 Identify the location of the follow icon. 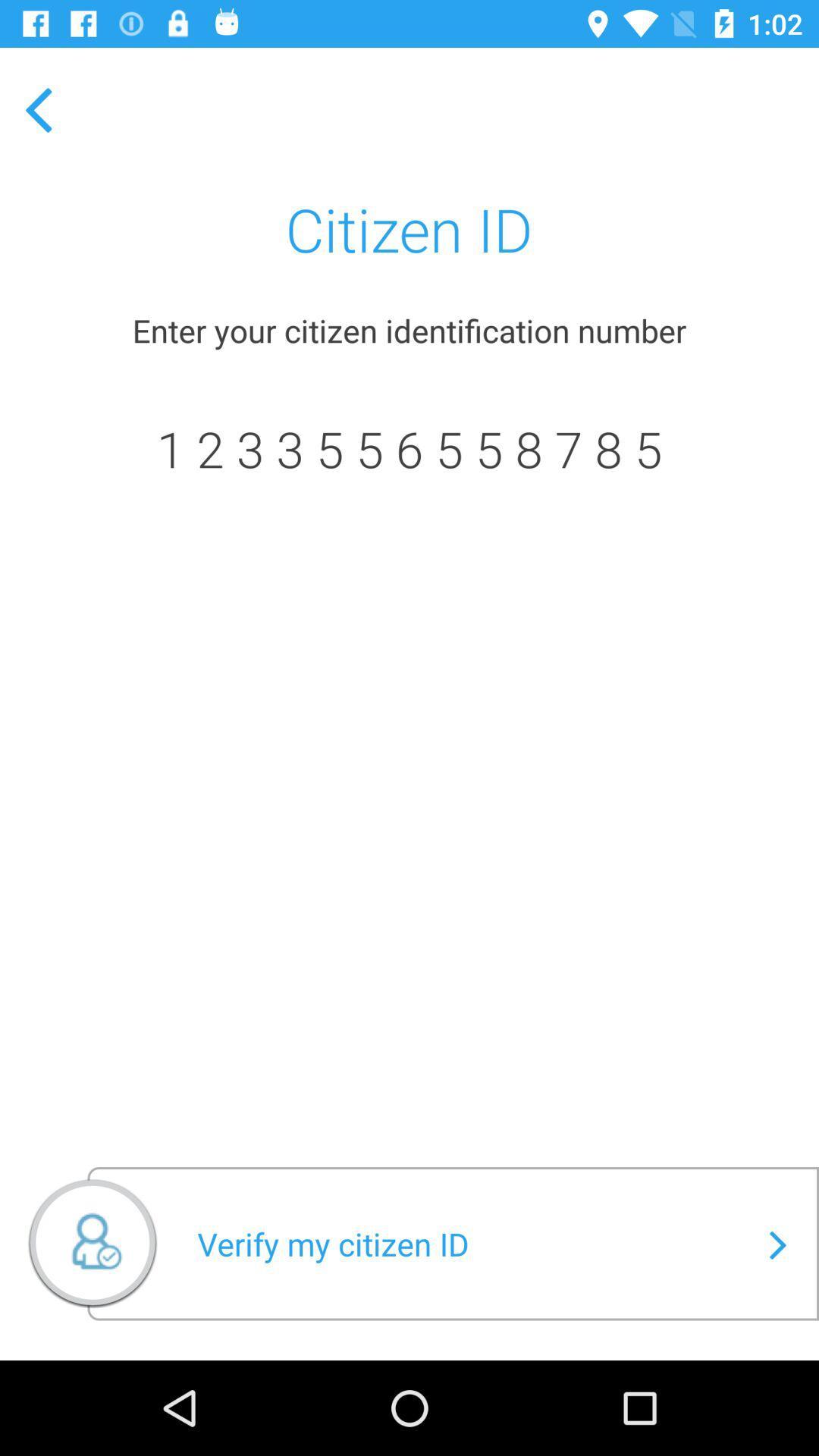
(93, 1249).